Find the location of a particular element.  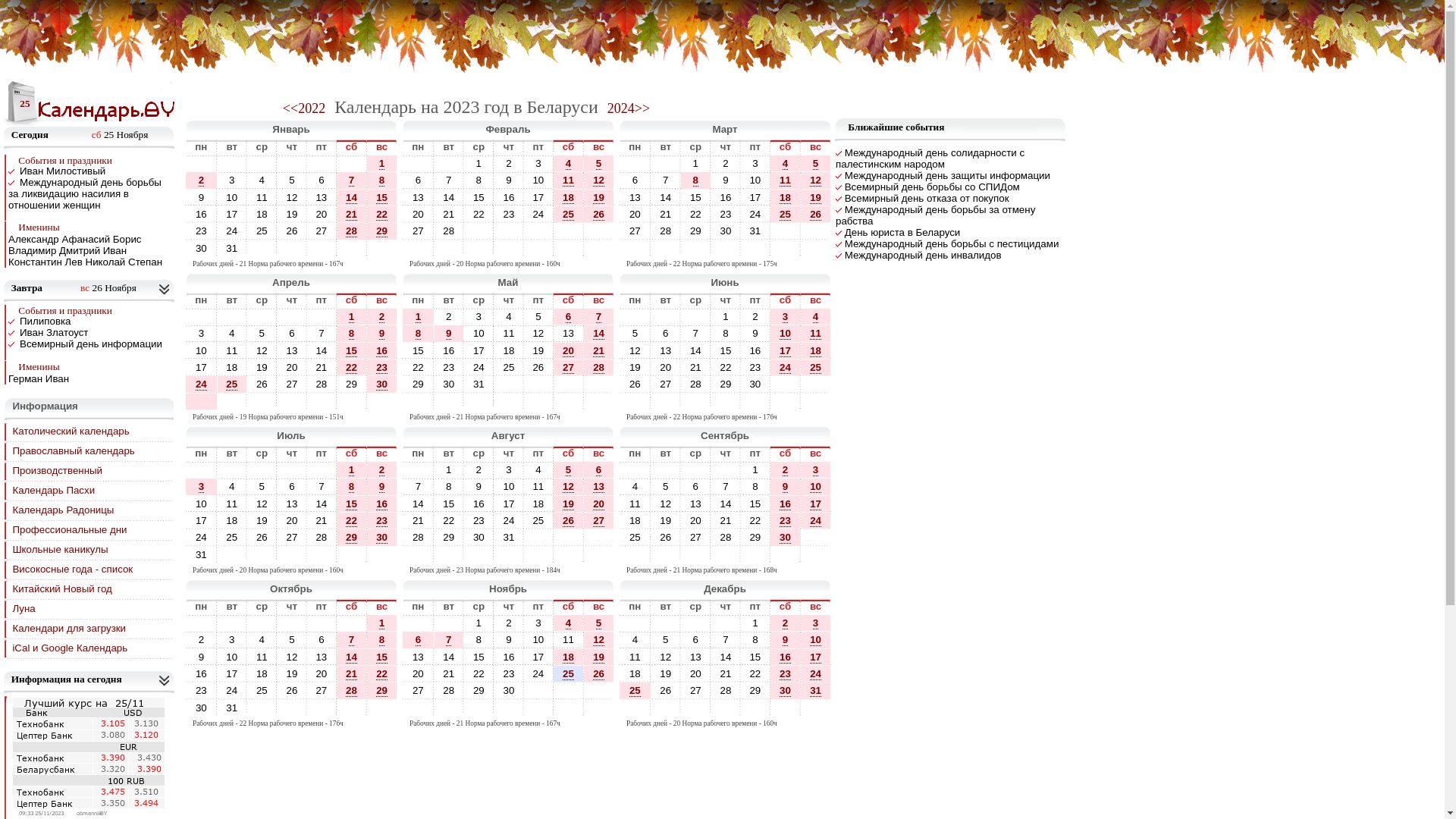

'2' is located at coordinates (447, 315).